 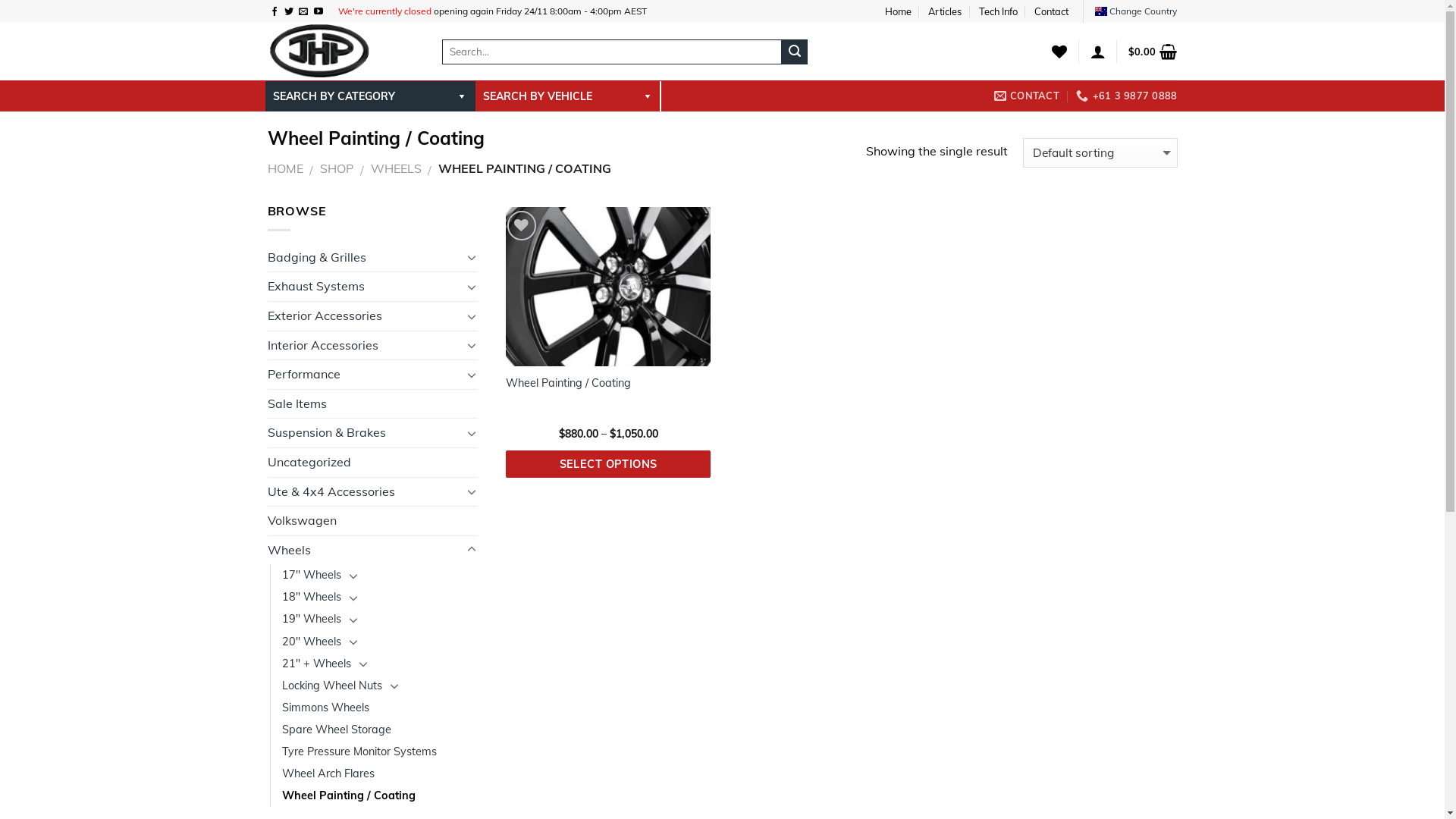 What do you see at coordinates (364, 374) in the screenshot?
I see `'Performance'` at bounding box center [364, 374].